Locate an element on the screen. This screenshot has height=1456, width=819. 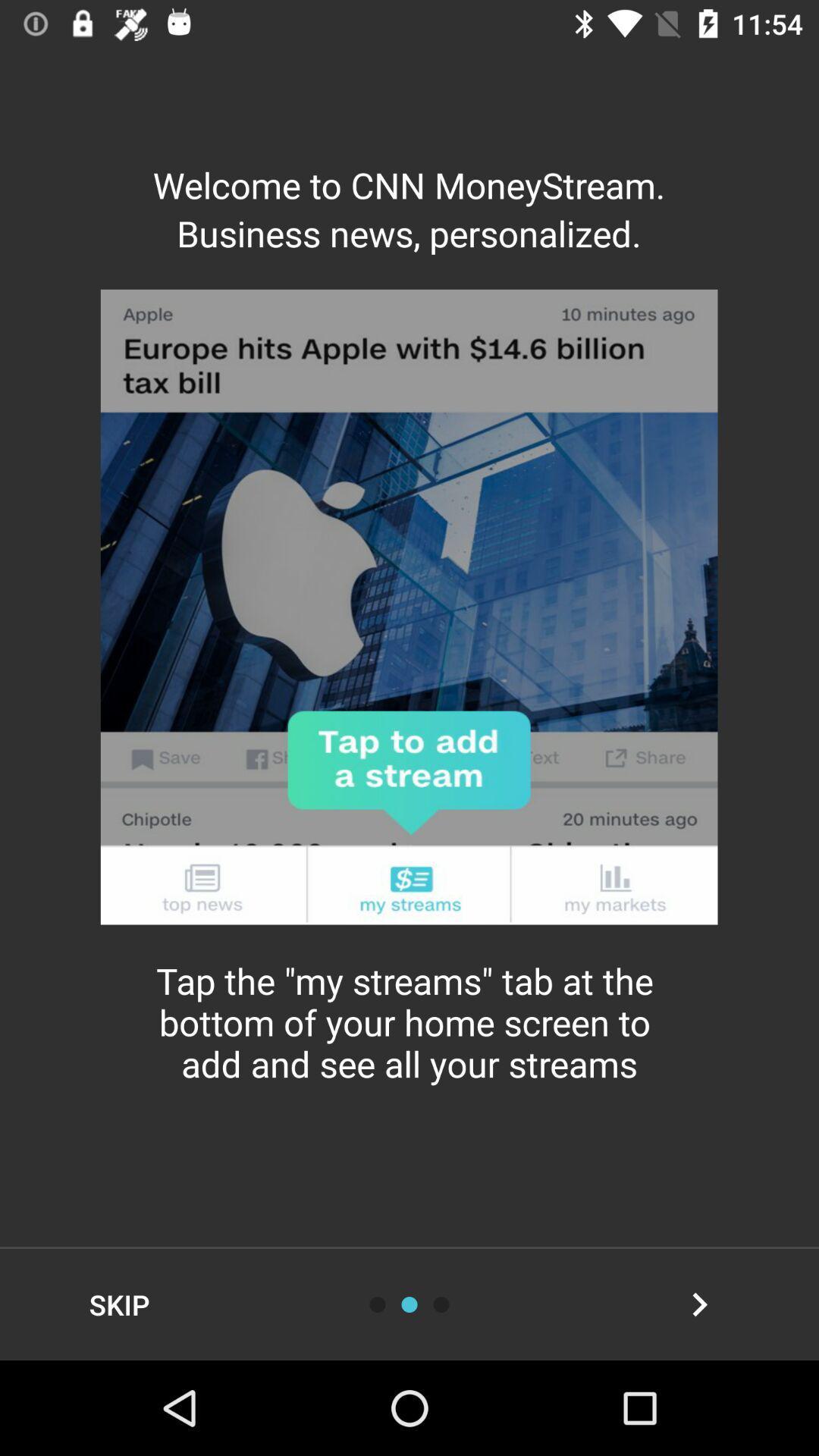
item at the bottom left corner is located at coordinates (118, 1304).